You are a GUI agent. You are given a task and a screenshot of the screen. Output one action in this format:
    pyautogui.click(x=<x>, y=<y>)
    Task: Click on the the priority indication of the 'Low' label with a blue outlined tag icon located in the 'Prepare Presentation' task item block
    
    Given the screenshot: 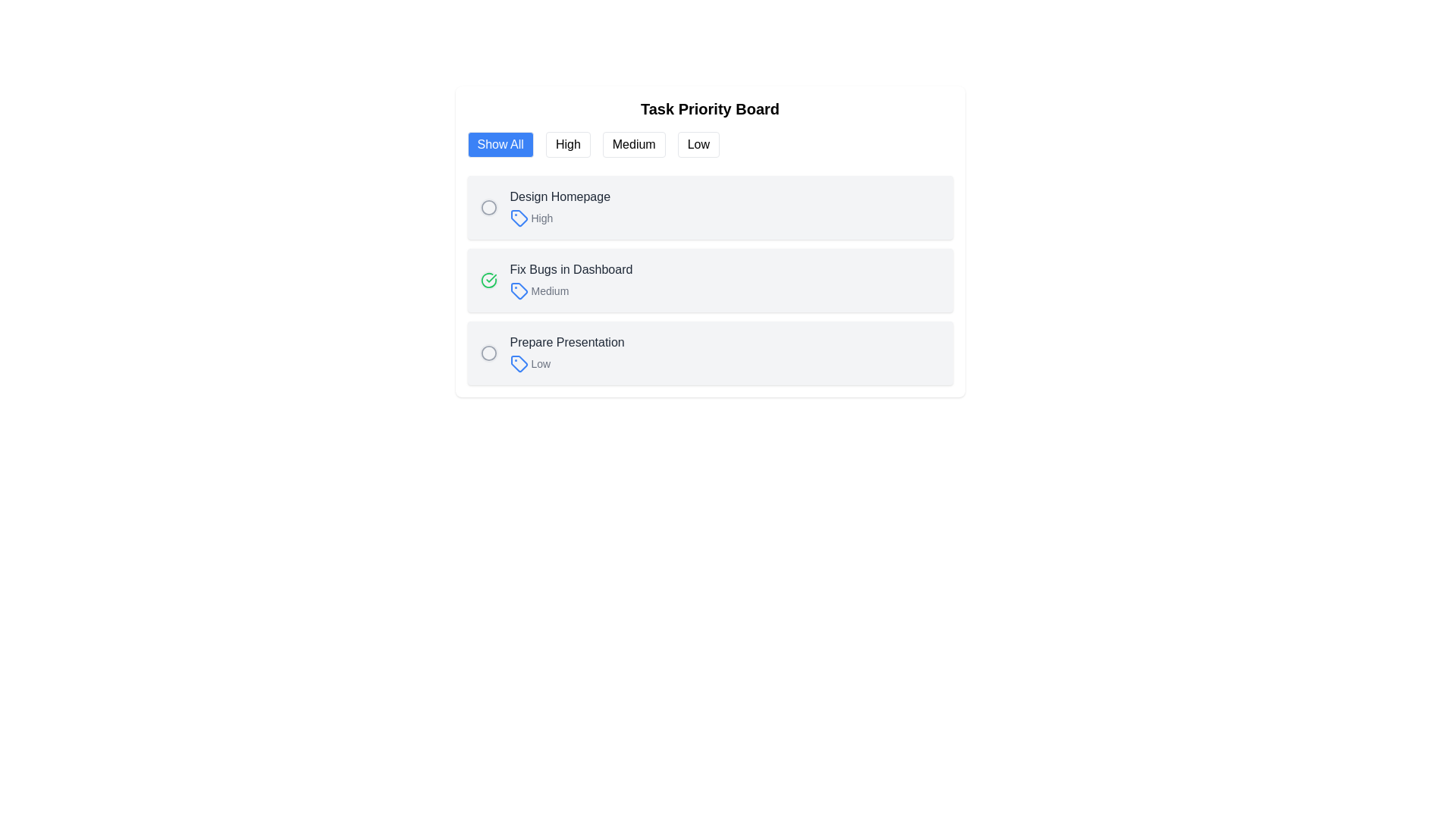 What is the action you would take?
    pyautogui.click(x=566, y=363)
    